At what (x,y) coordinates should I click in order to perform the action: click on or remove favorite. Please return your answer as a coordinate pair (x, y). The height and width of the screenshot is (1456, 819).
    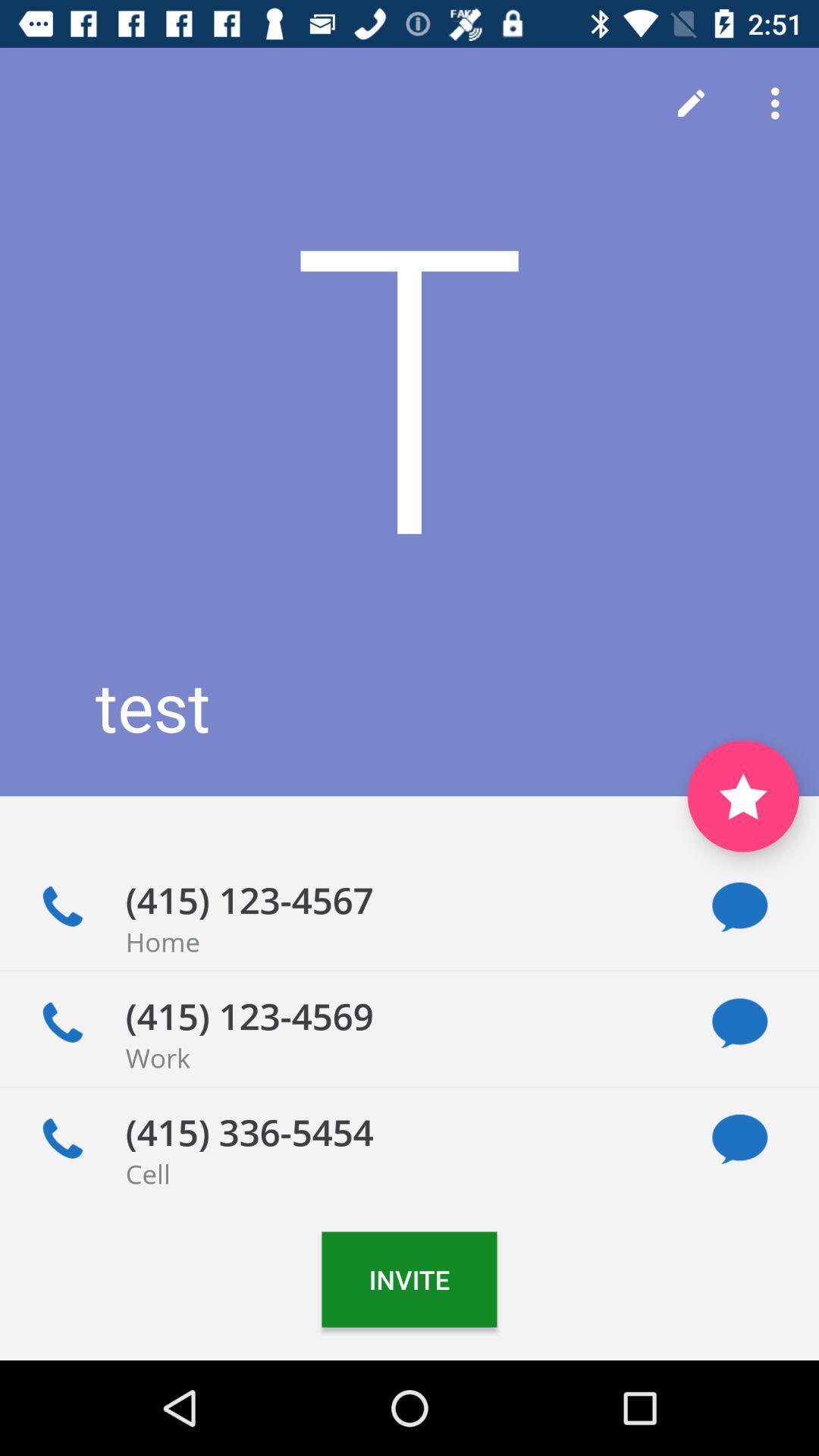
    Looking at the image, I should click on (742, 795).